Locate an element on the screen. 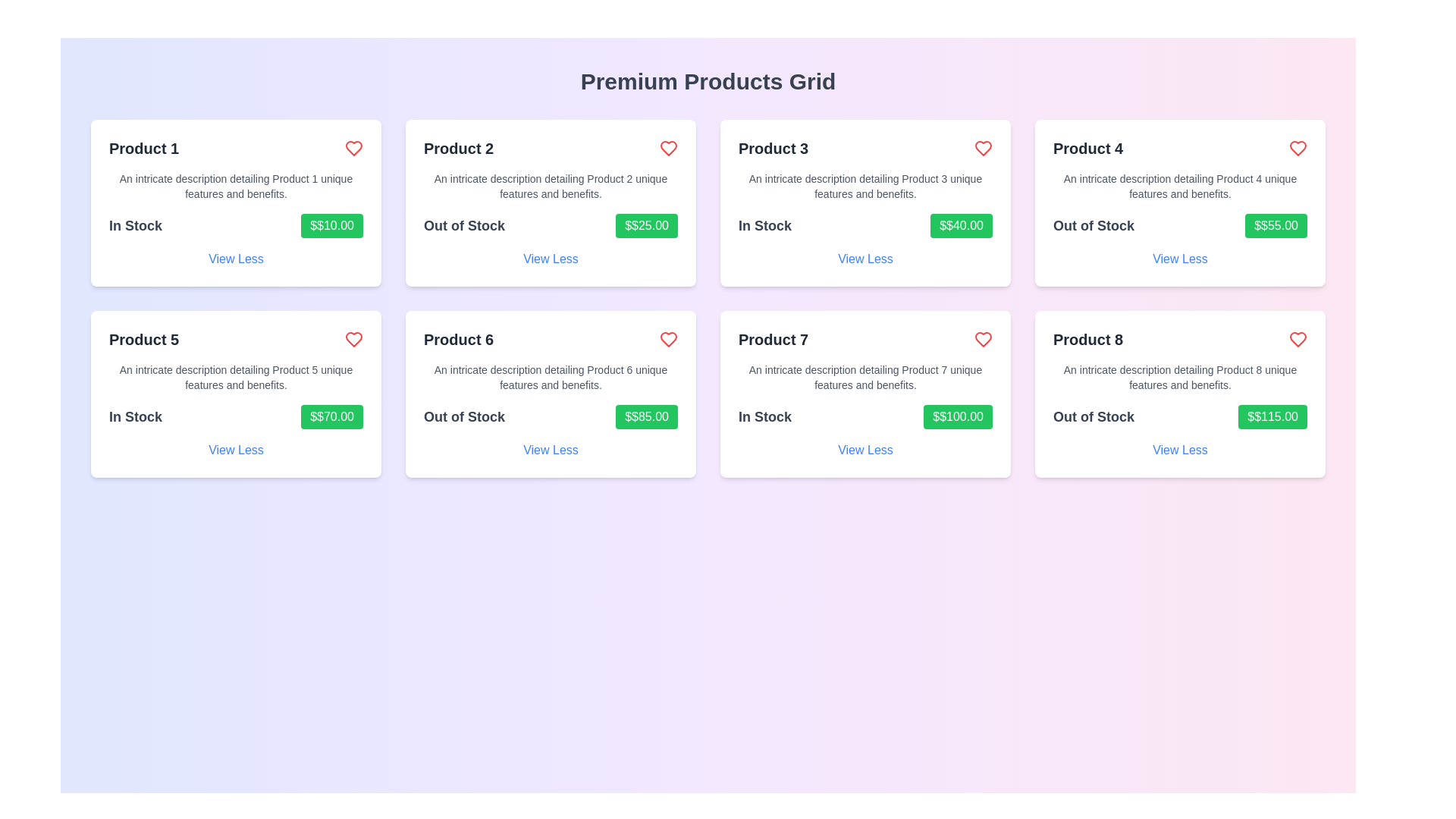 Image resolution: width=1456 pixels, height=819 pixels. the red heart-shaped icon button in the top-right corner of the 'Product 3' card is located at coordinates (983, 149).